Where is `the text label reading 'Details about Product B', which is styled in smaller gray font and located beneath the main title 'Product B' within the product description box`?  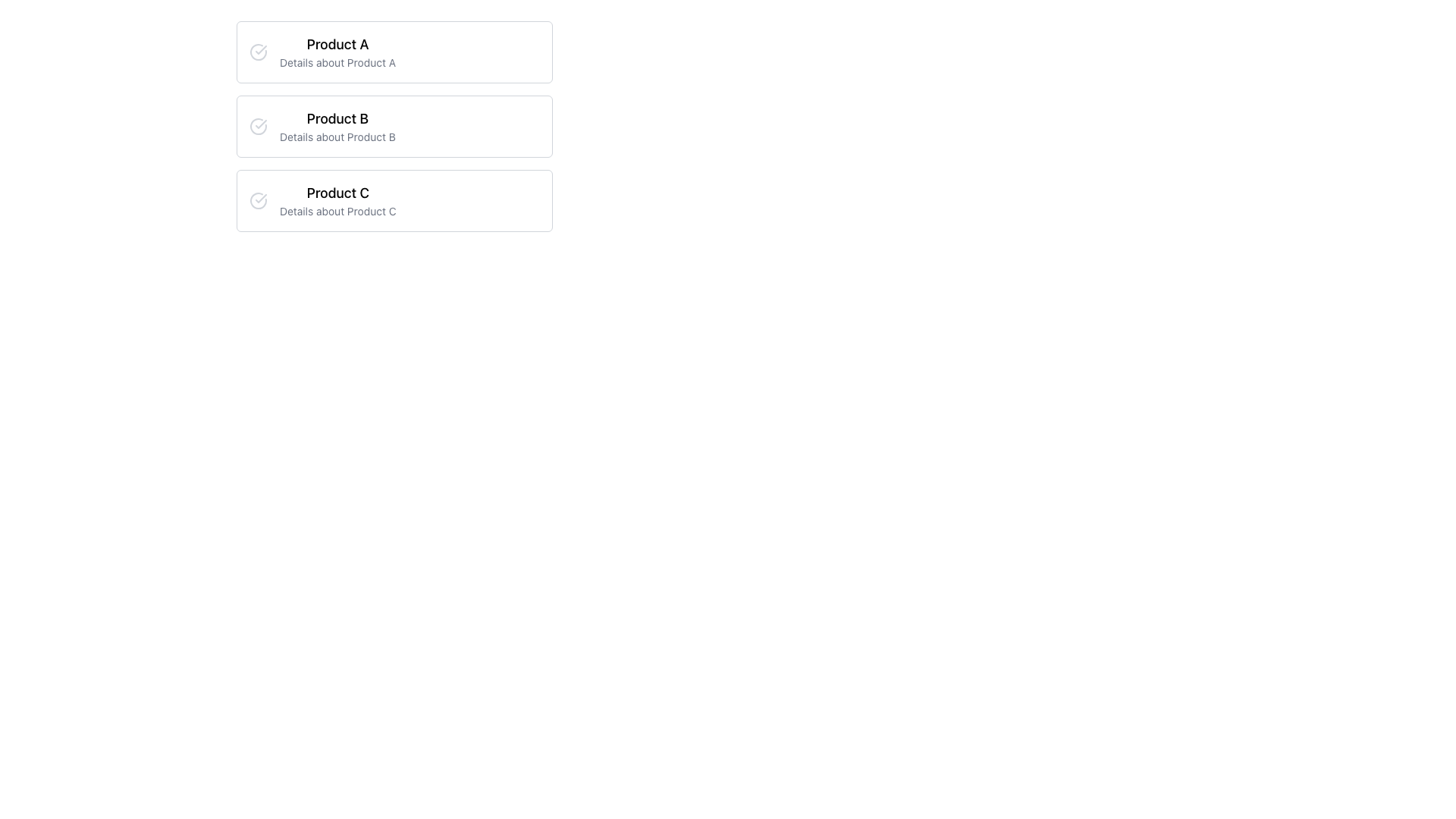
the text label reading 'Details about Product B', which is styled in smaller gray font and located beneath the main title 'Product B' within the product description box is located at coordinates (337, 137).